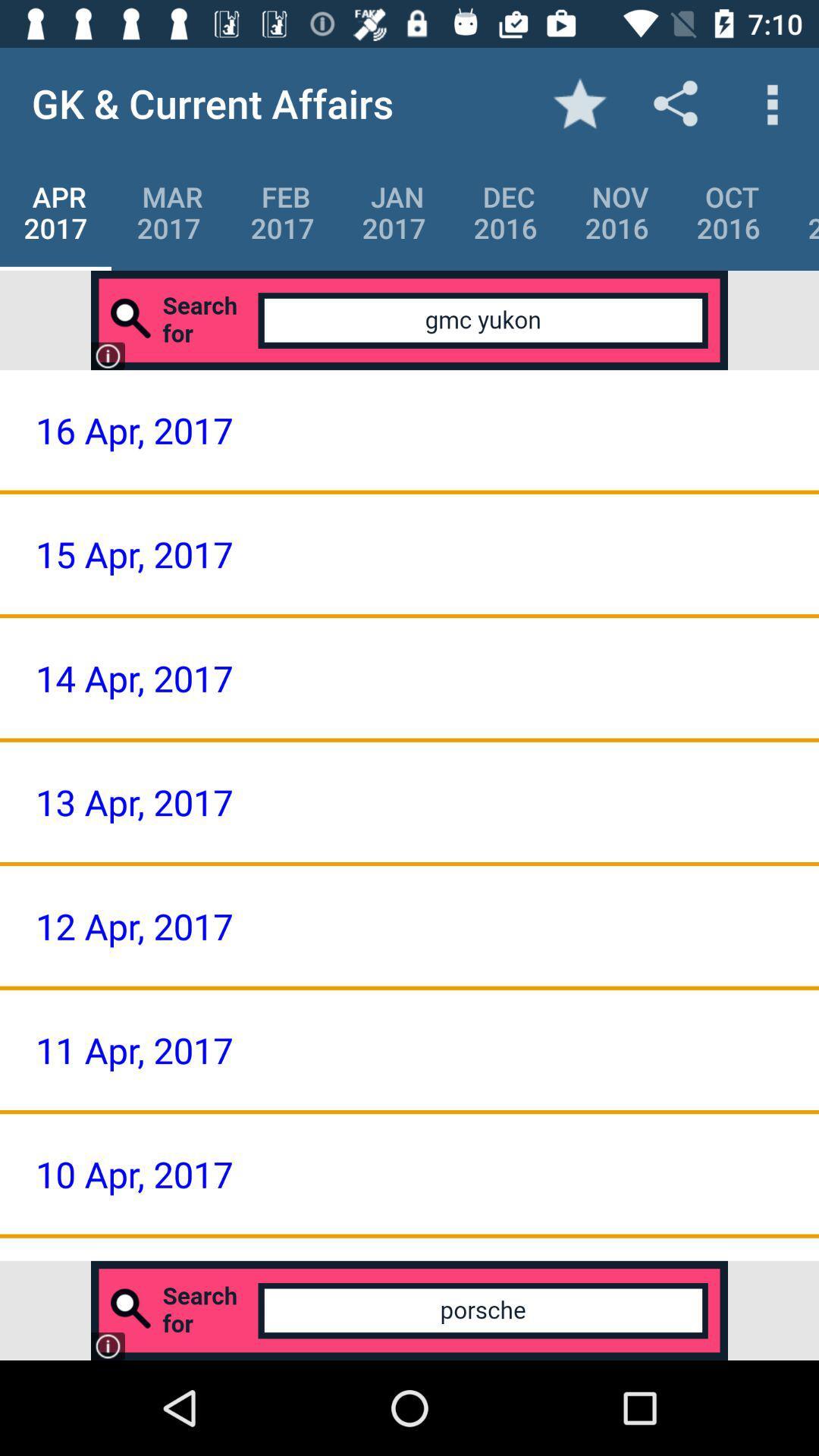 The image size is (819, 1456). What do you see at coordinates (169, 212) in the screenshot?
I see `item next to  apr` at bounding box center [169, 212].